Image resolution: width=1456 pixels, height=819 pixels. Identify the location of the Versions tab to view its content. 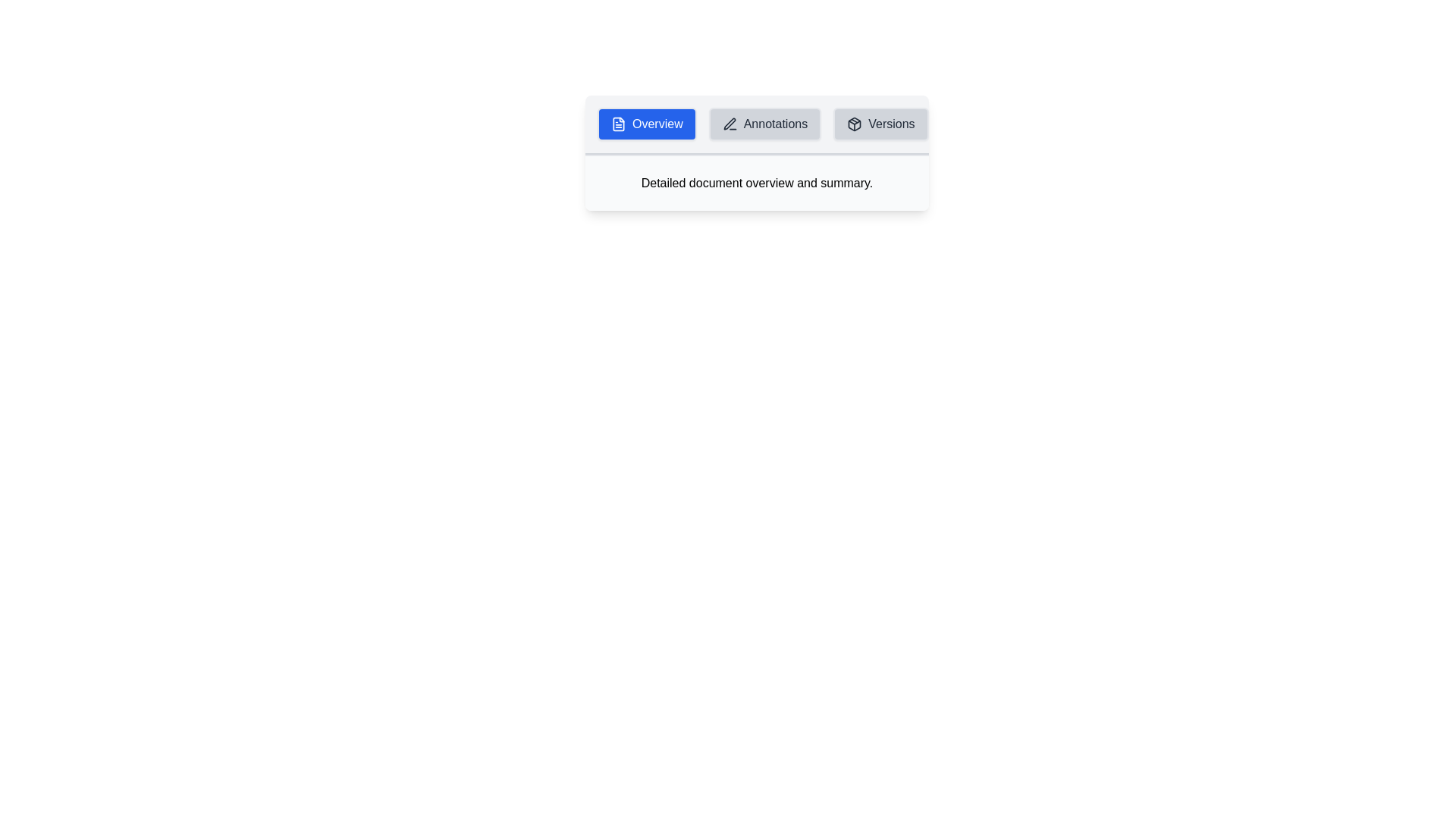
(880, 124).